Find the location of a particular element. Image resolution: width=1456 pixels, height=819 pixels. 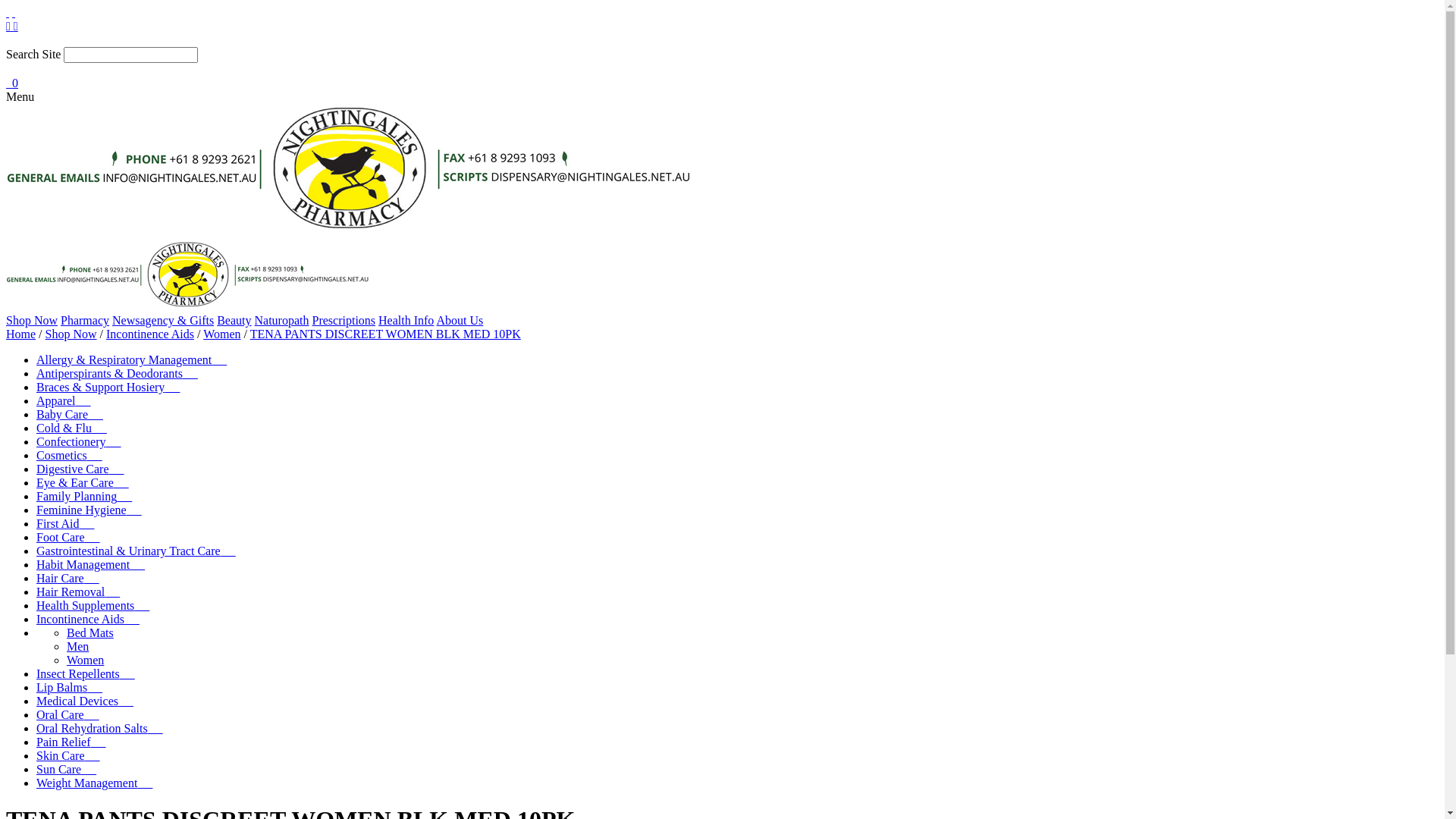

'Digestive Care     ' is located at coordinates (36, 468).